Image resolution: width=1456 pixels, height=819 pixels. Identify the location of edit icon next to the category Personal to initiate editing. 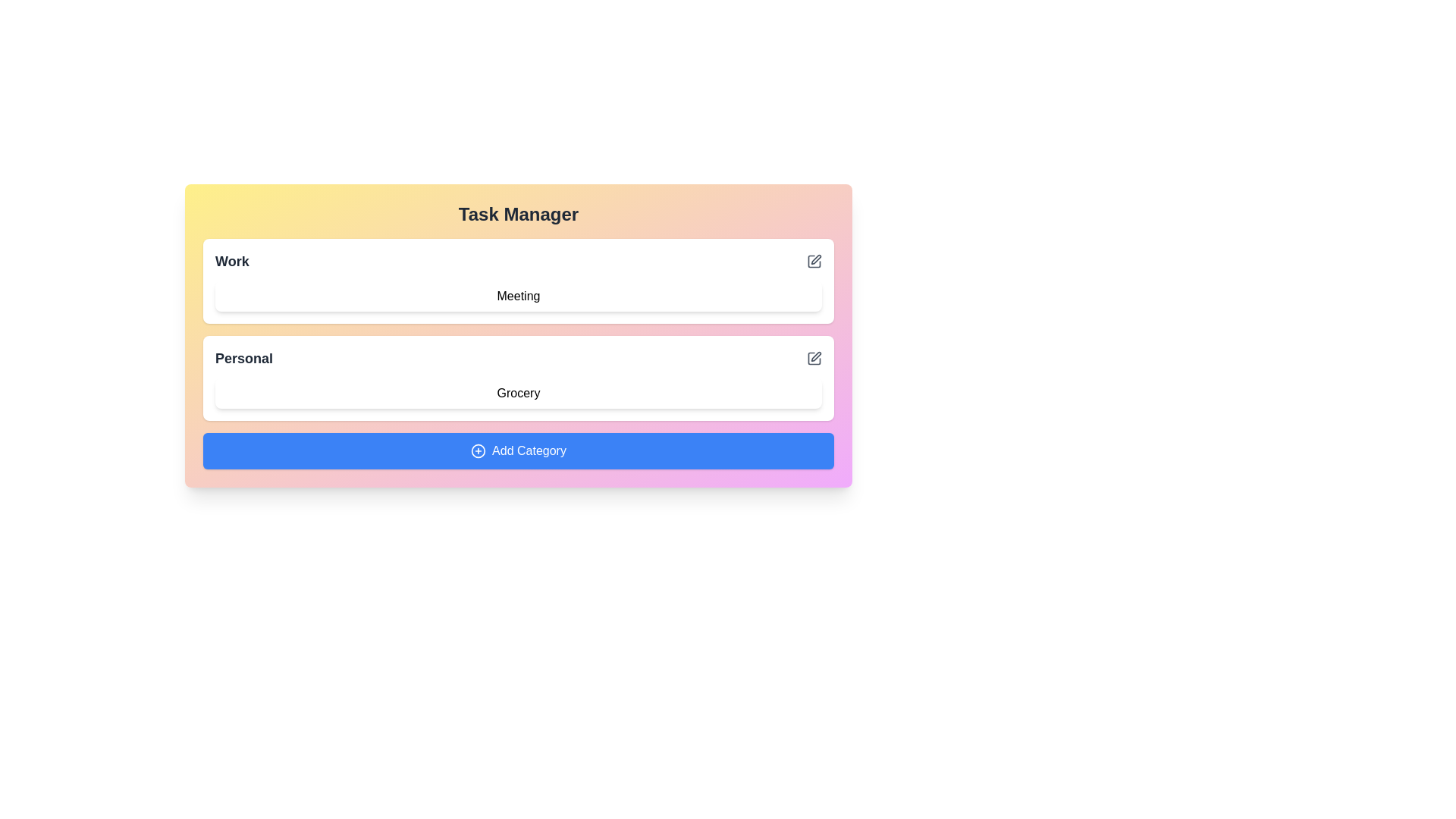
(814, 359).